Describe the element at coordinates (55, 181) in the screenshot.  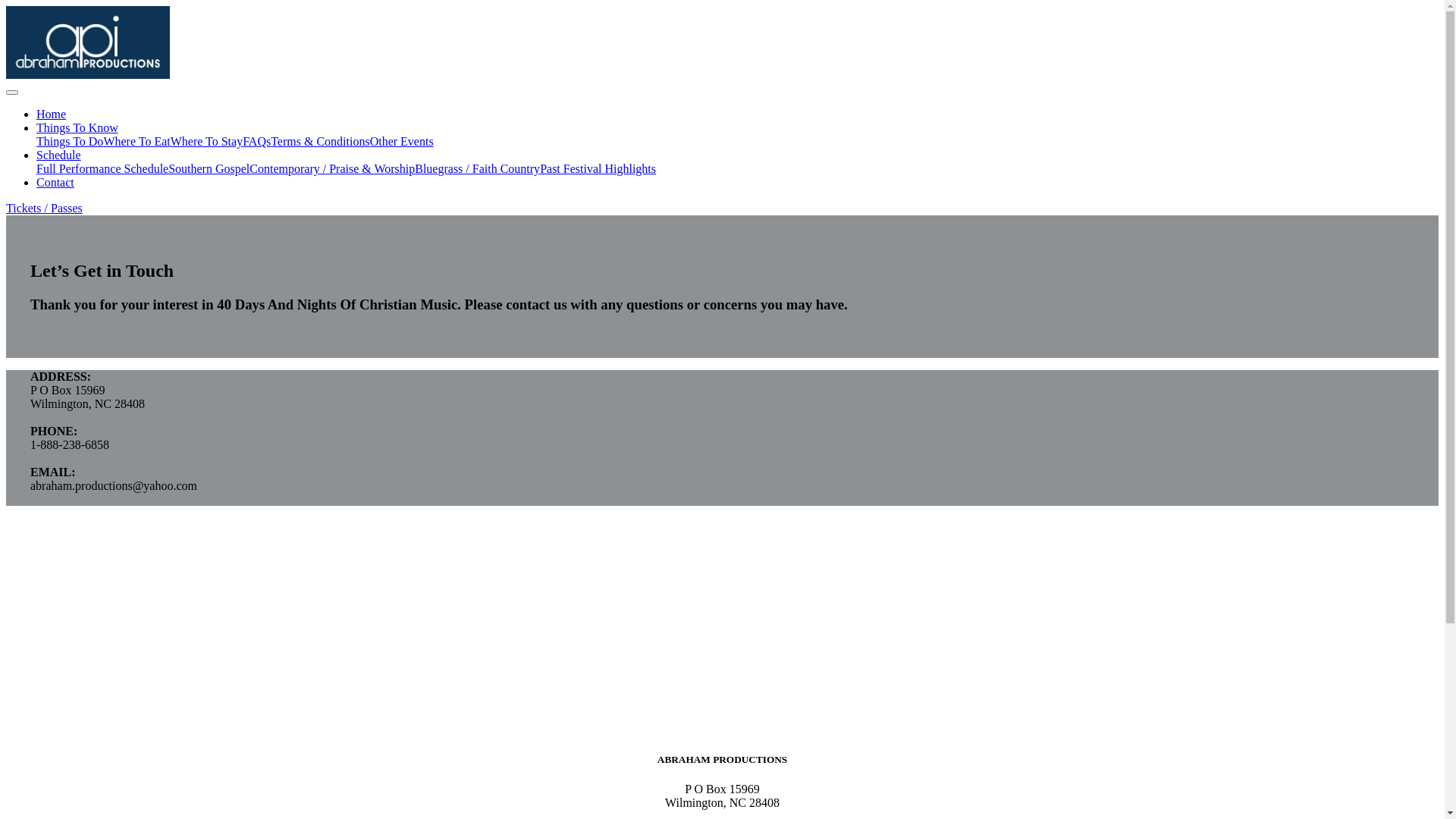
I see `'Contact'` at that location.